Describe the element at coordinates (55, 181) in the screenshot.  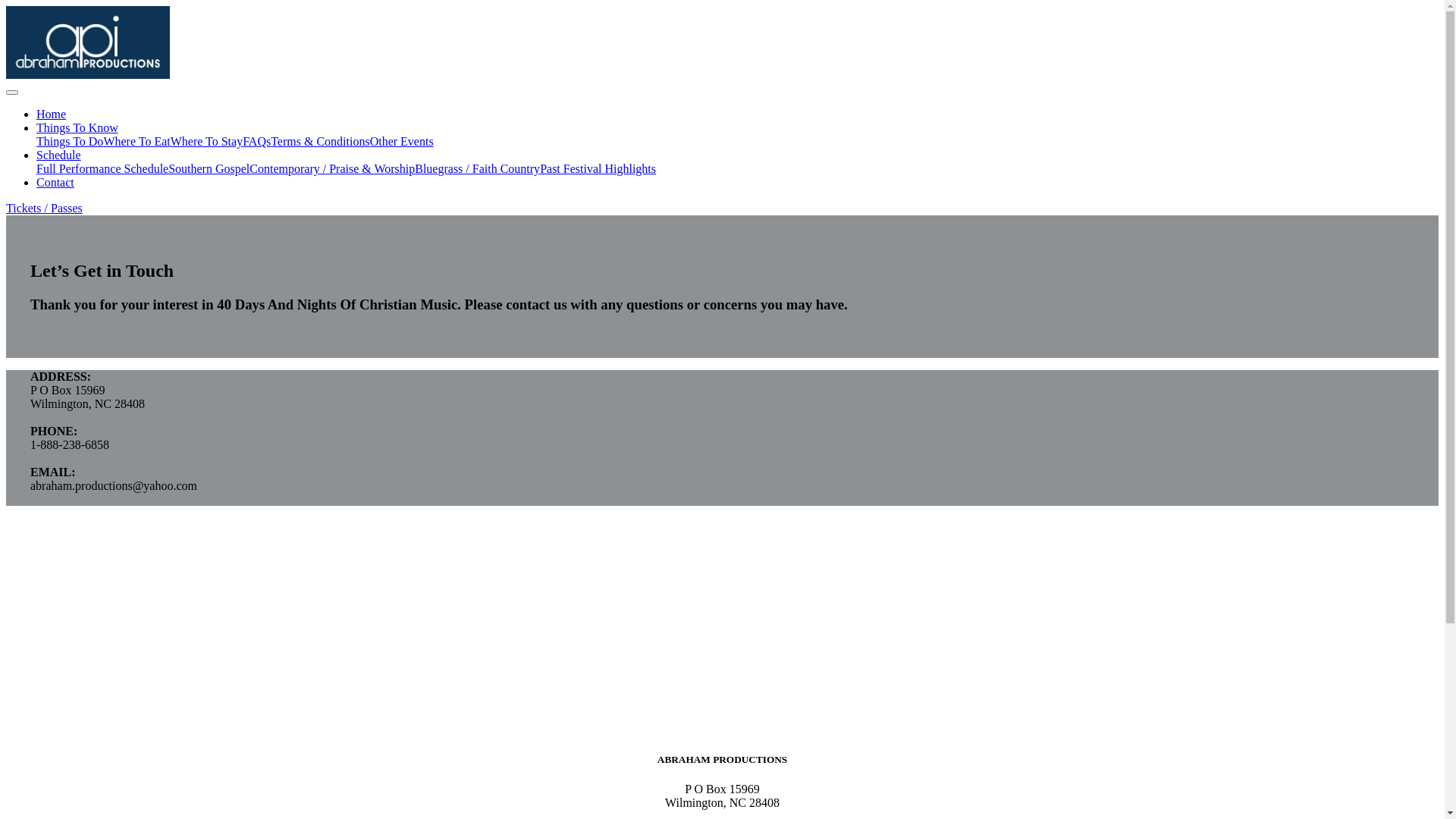
I see `'Contact'` at that location.